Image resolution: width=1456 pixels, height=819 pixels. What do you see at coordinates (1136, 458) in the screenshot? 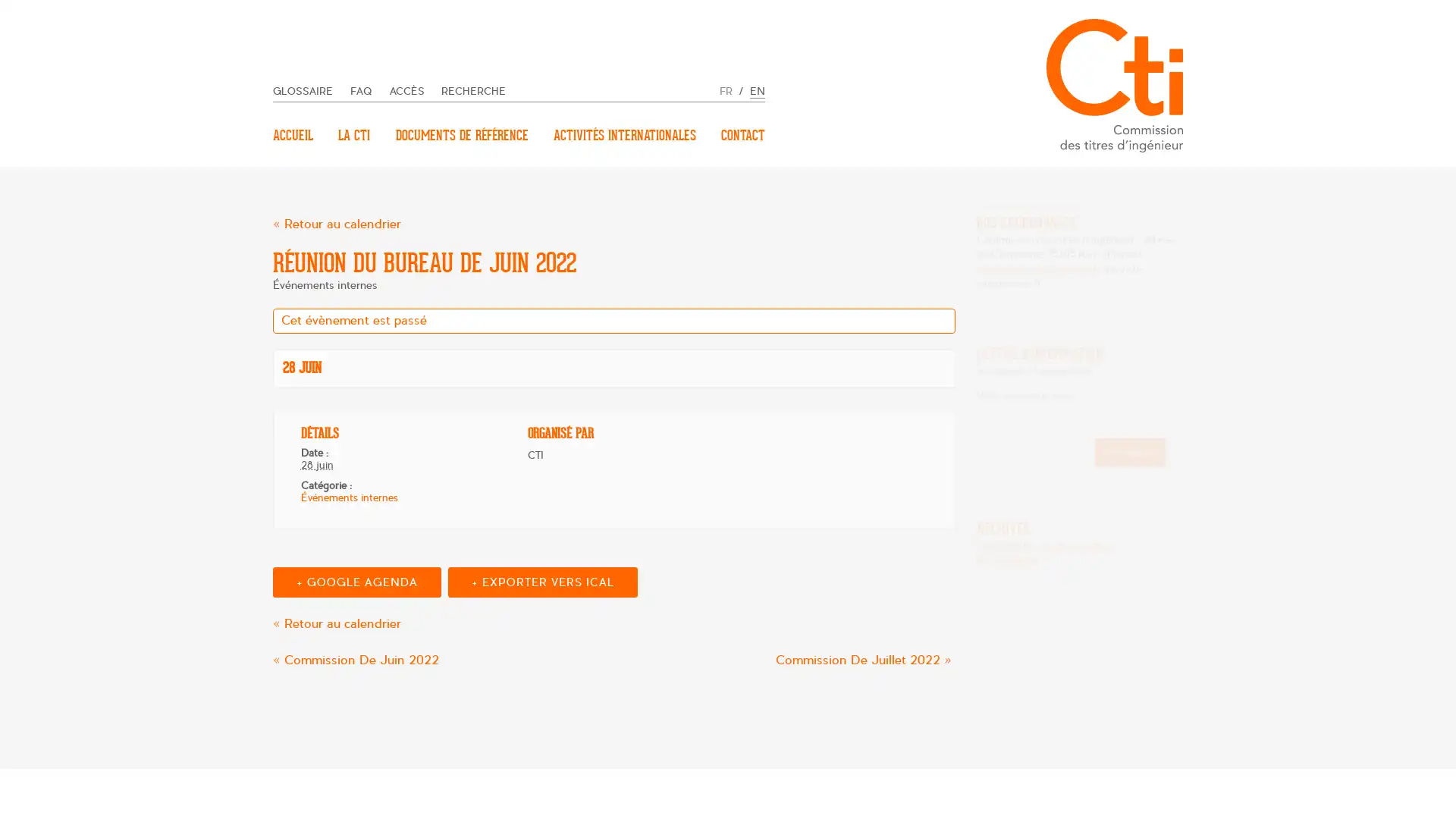
I see `Inscription` at bounding box center [1136, 458].